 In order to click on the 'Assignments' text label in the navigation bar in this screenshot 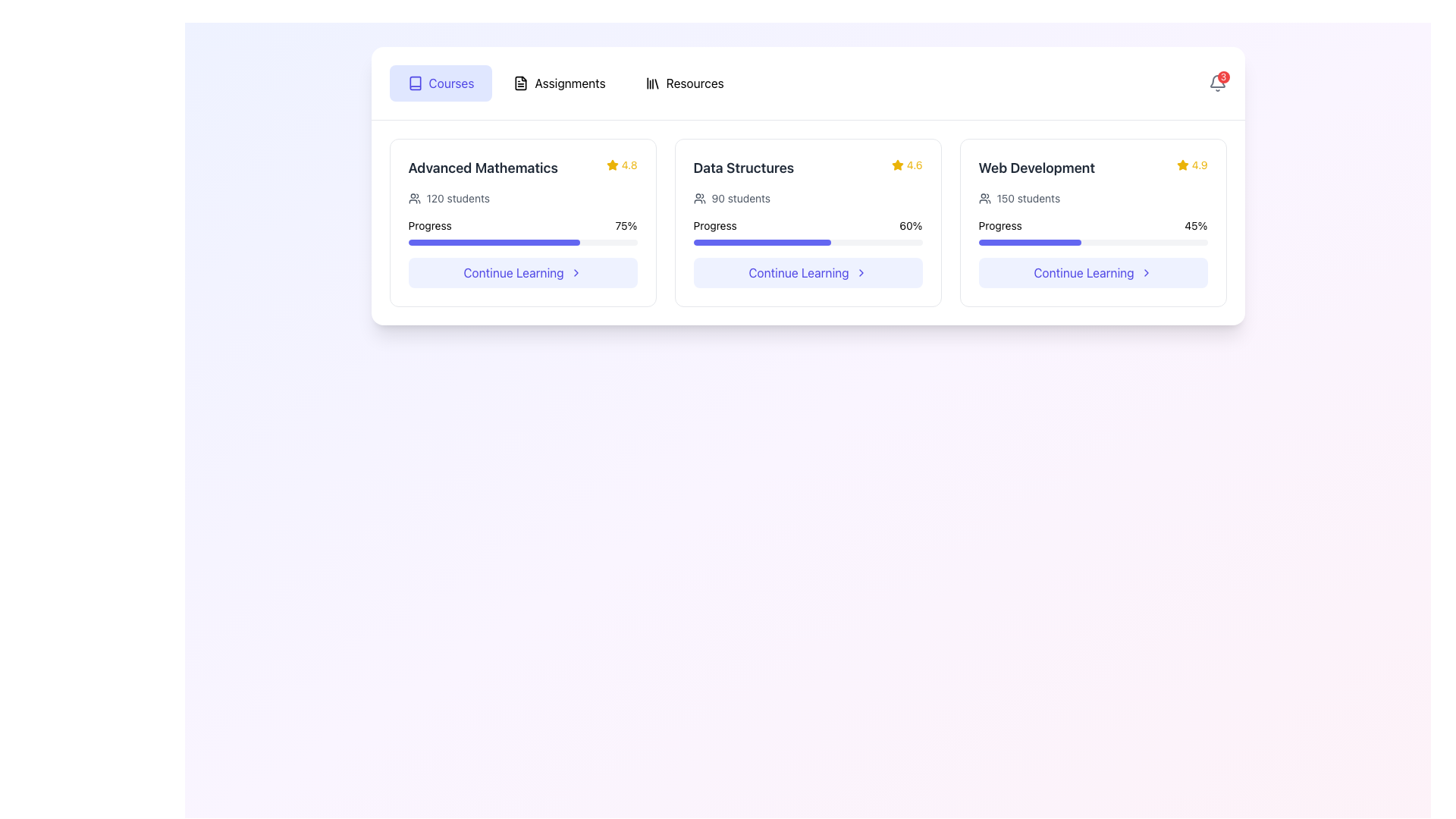, I will do `click(570, 83)`.